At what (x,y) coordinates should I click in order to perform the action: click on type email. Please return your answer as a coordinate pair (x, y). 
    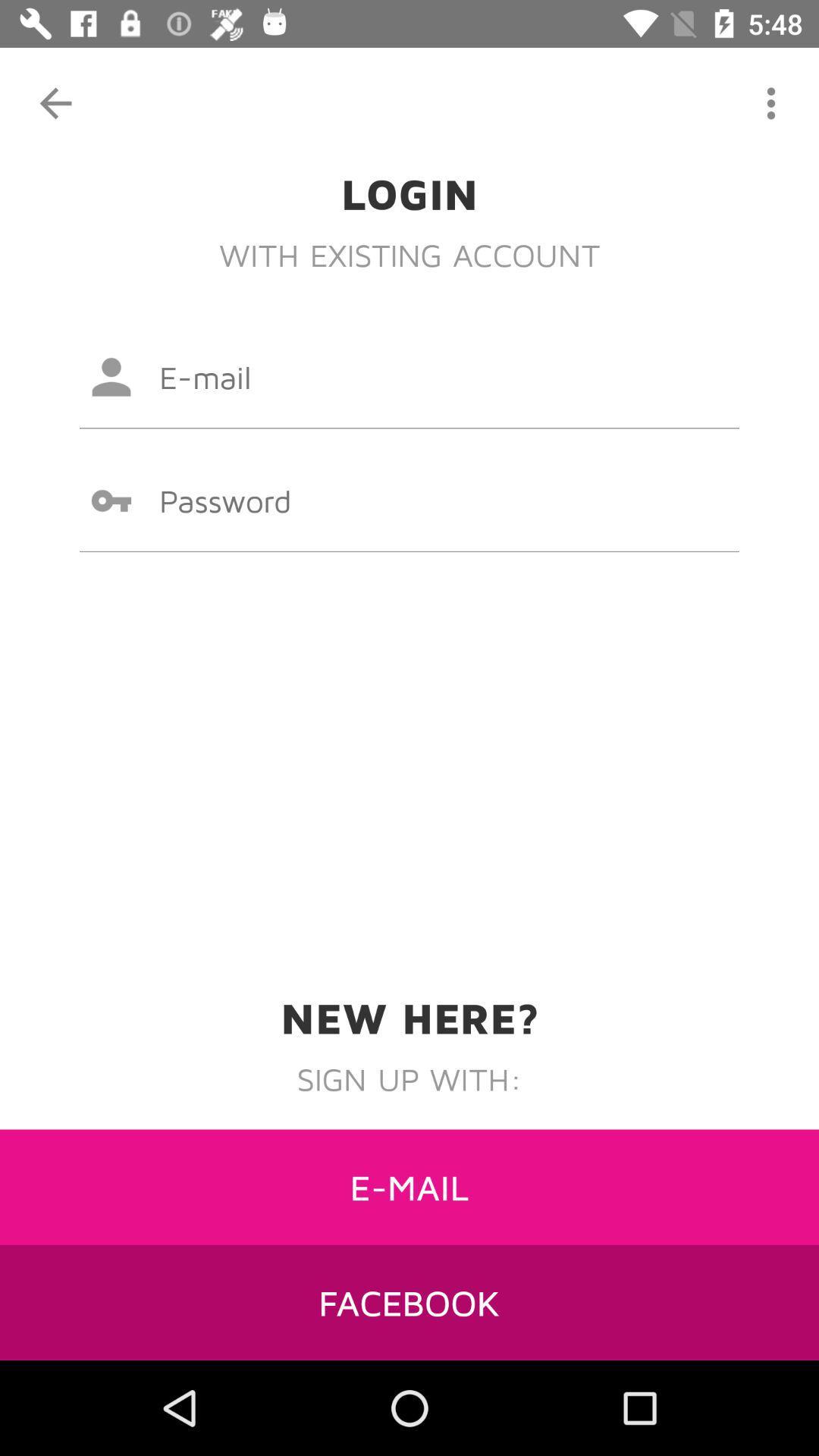
    Looking at the image, I should click on (409, 377).